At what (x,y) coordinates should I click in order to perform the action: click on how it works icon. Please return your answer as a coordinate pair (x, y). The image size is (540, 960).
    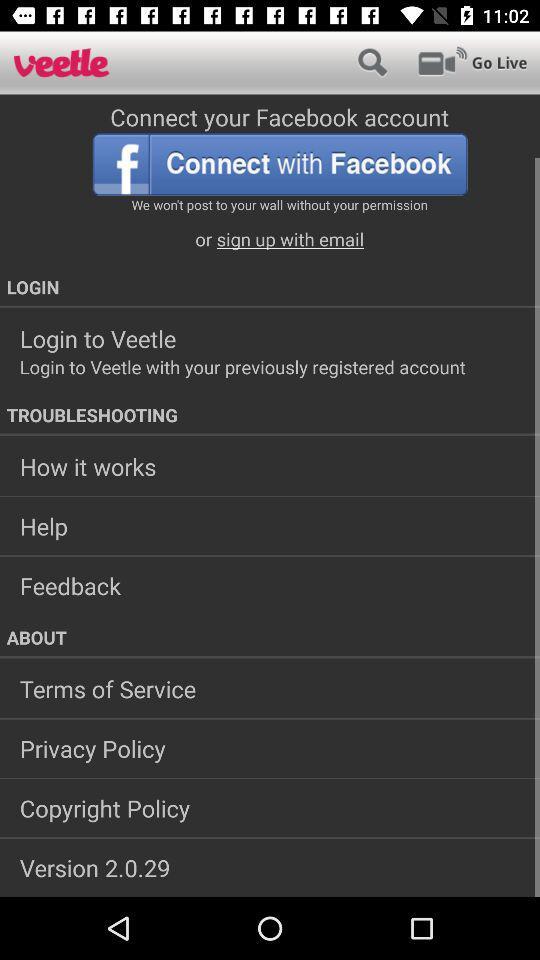
    Looking at the image, I should click on (270, 466).